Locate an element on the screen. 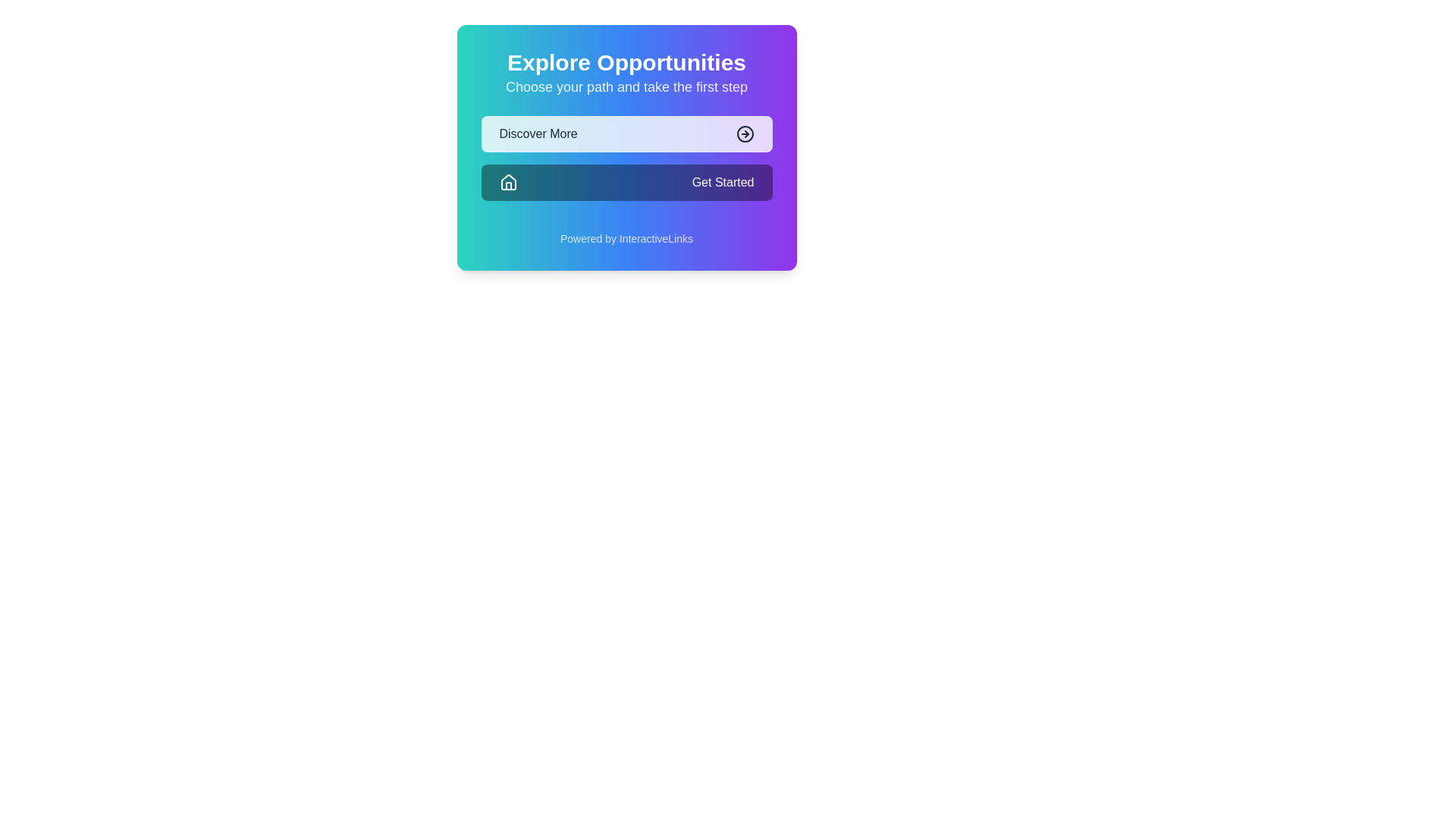 This screenshot has width=1456, height=819. the small circular icon with a right-pointing arrow located on the right side of the 'Discover More' button is located at coordinates (745, 133).